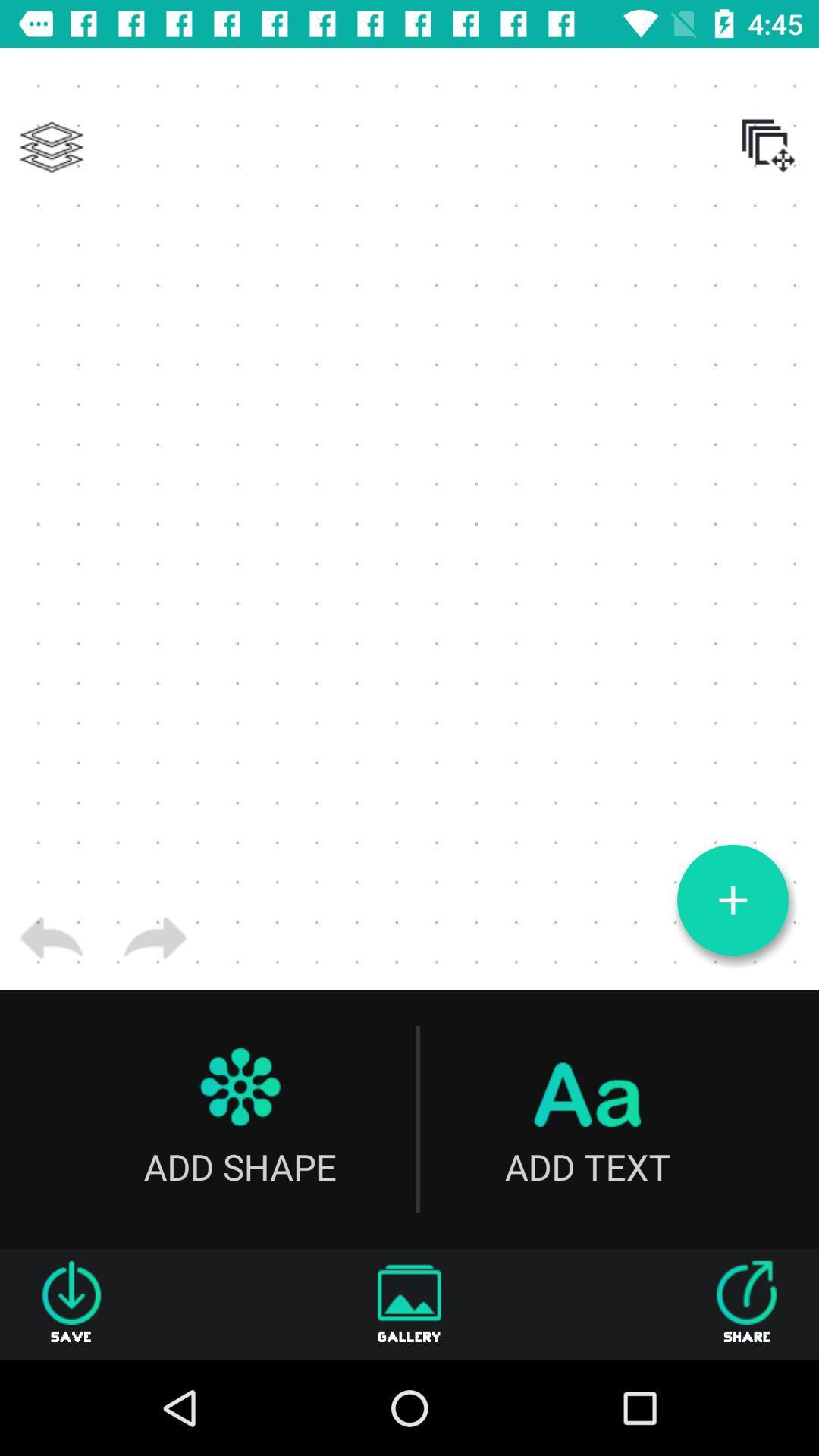  Describe the element at coordinates (746, 1304) in the screenshot. I see `the icon to the right of the gallery item` at that location.